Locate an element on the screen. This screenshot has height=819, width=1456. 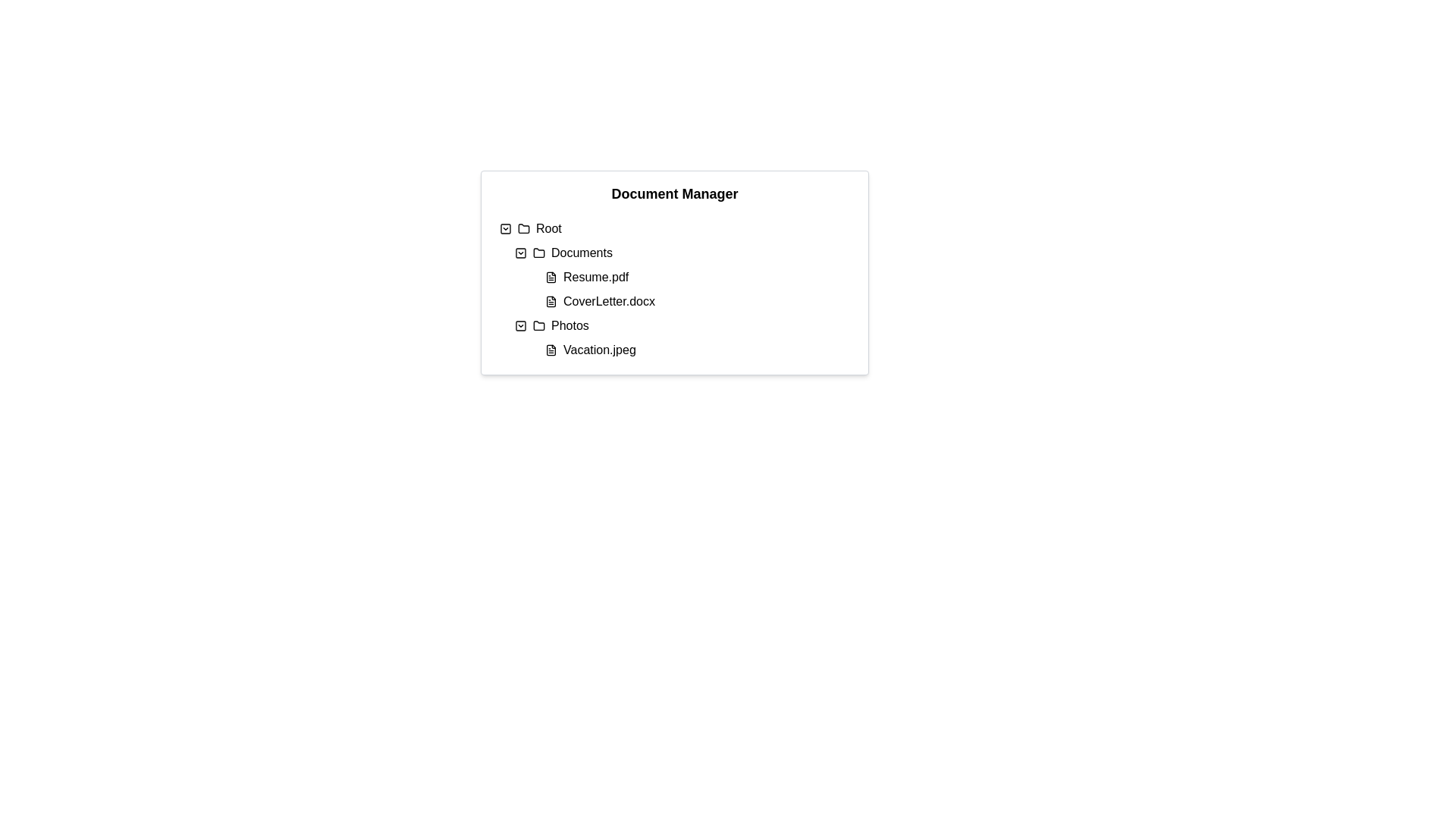
the file entry labeled 'Resume.pdf' located under the 'Documents' section is located at coordinates (682, 278).